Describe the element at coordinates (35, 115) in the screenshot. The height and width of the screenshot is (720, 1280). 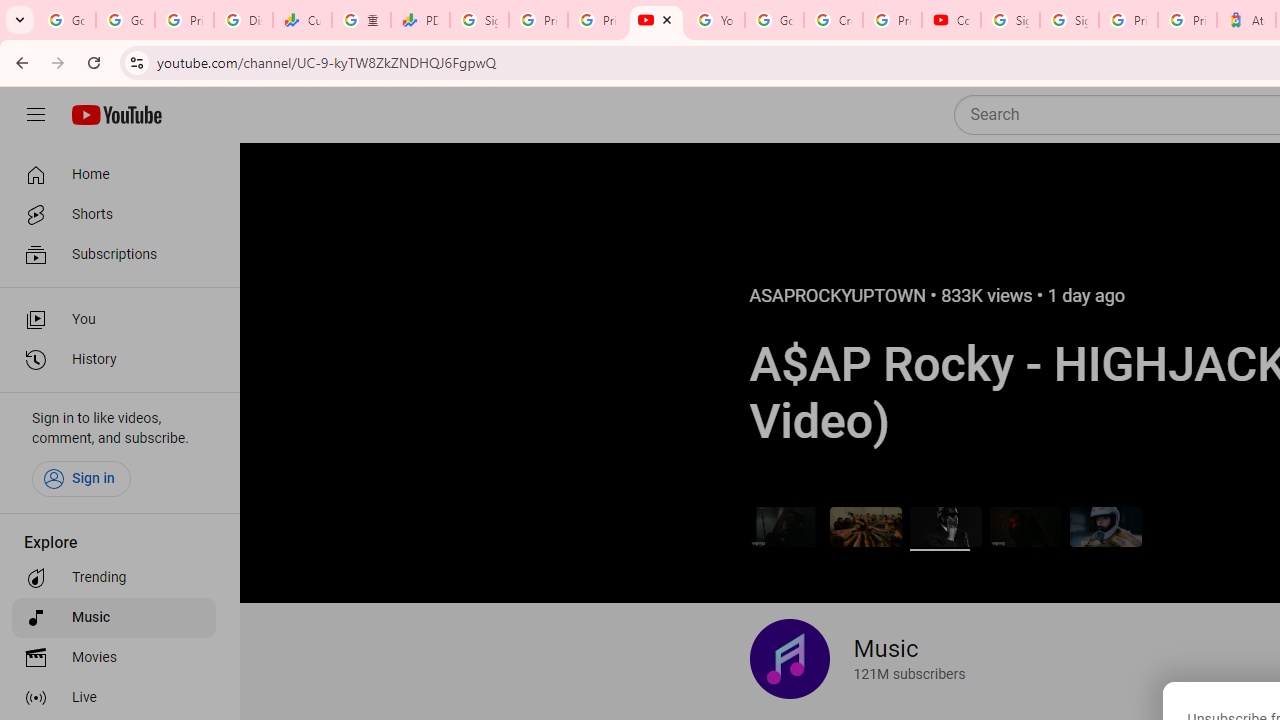
I see `'Guide'` at that location.